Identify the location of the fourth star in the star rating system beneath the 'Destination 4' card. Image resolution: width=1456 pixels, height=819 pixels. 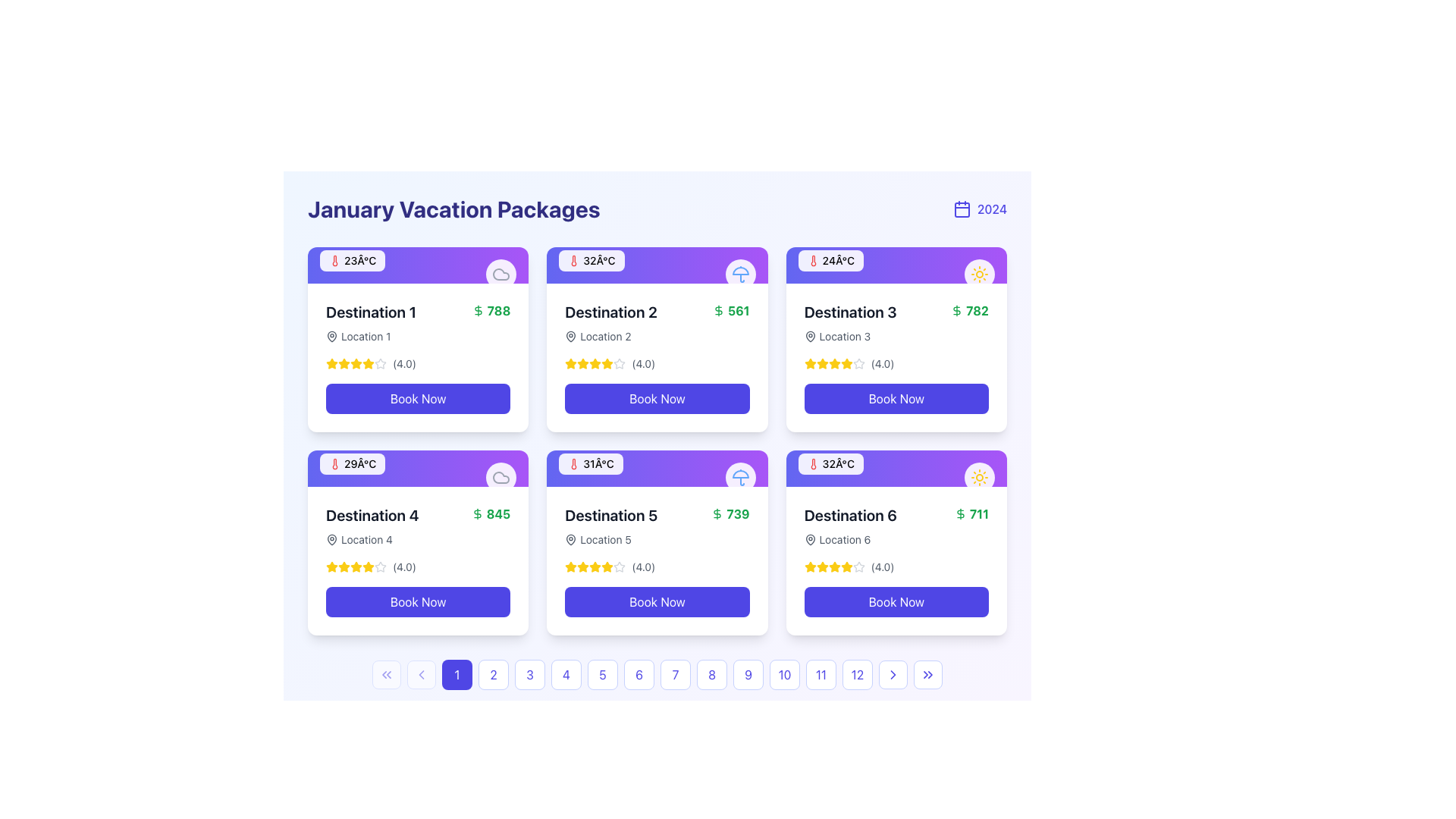
(368, 566).